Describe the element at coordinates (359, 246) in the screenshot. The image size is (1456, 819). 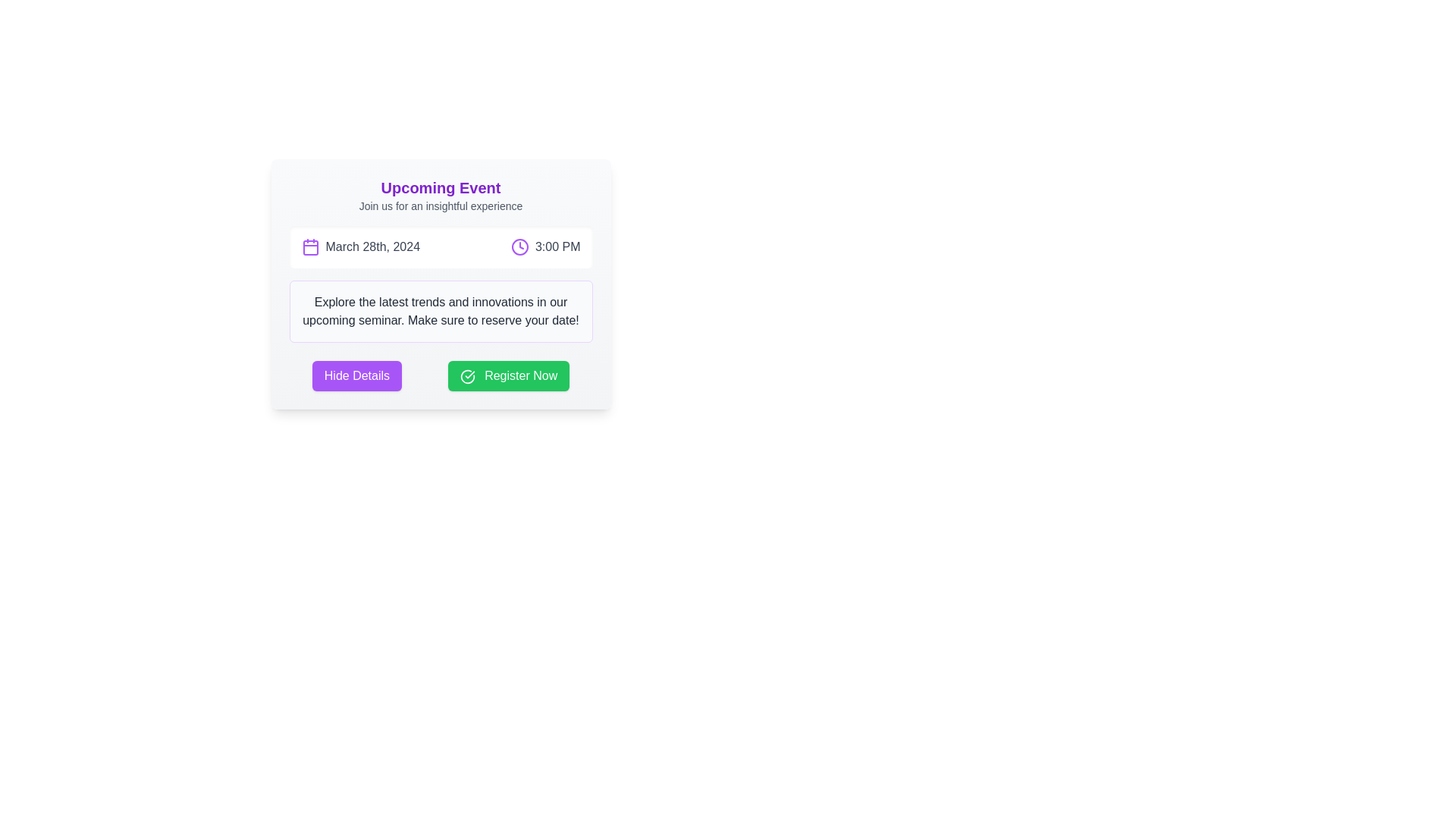
I see `the text 'March 28th, 2024' next to the purple calendar icon, which is located within a white rounded rectangle at the top-left of the component` at that location.